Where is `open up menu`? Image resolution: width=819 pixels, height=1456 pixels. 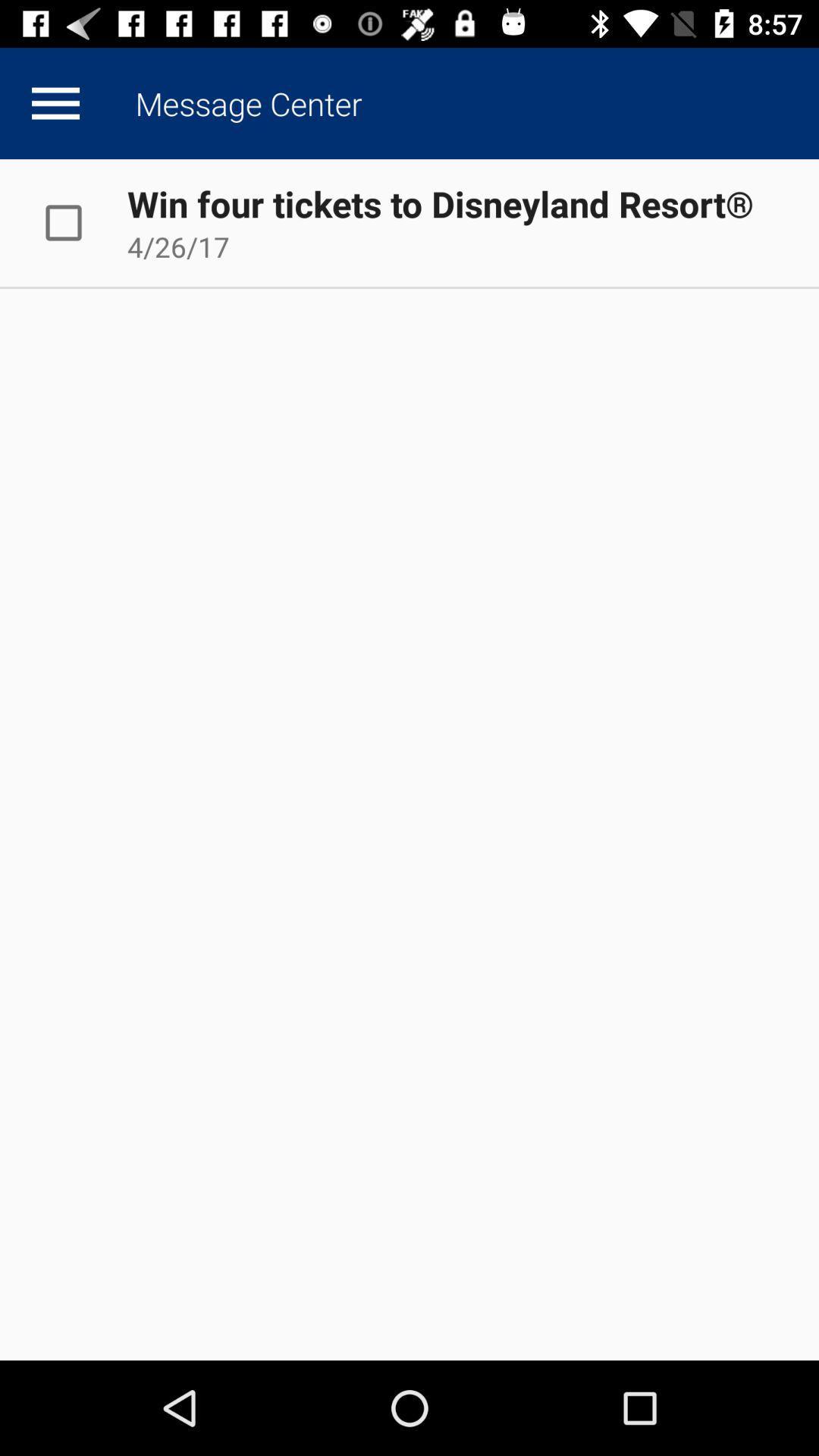
open up menu is located at coordinates (55, 102).